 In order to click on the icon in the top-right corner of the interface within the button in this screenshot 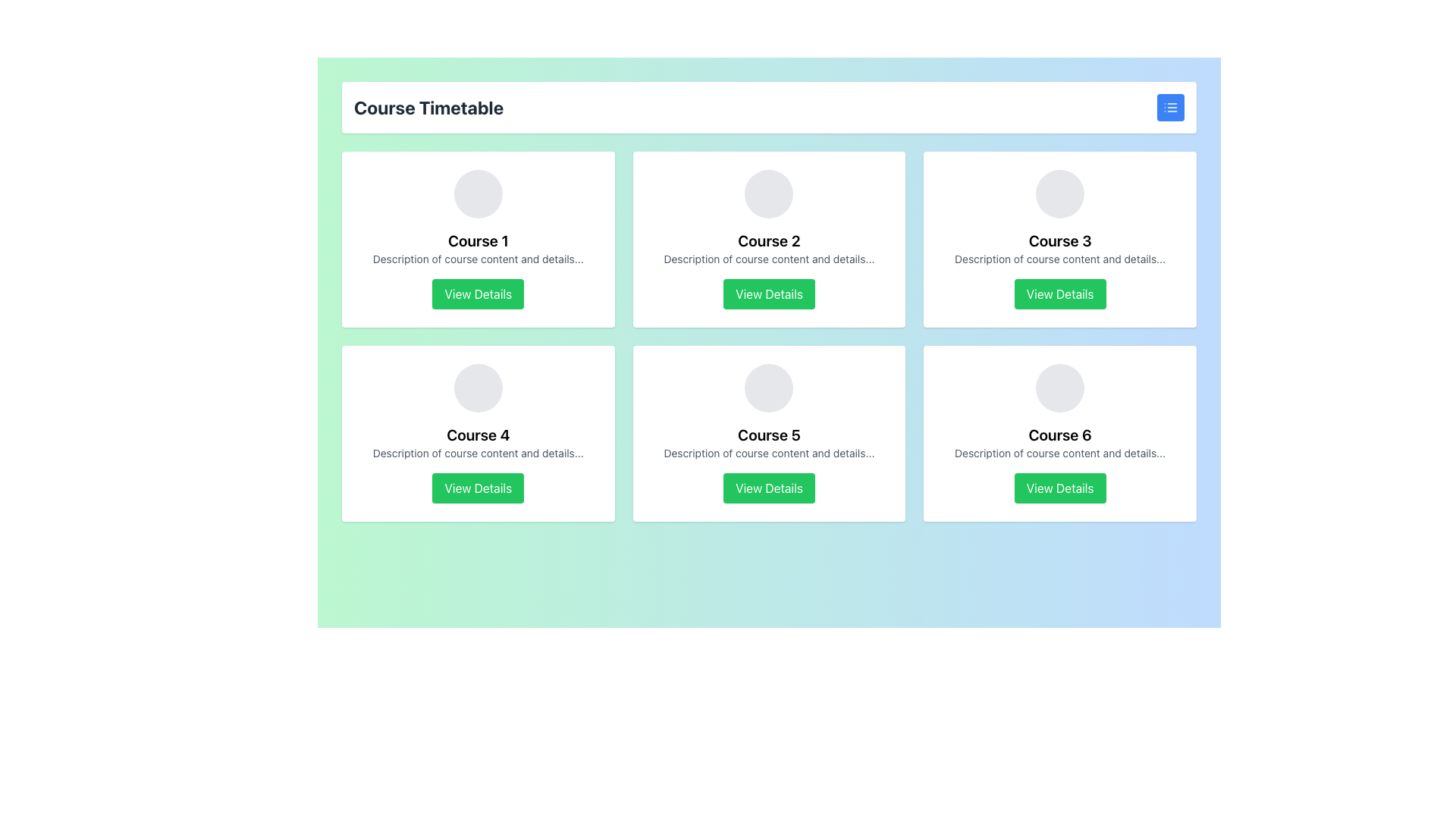, I will do `click(1170, 107)`.